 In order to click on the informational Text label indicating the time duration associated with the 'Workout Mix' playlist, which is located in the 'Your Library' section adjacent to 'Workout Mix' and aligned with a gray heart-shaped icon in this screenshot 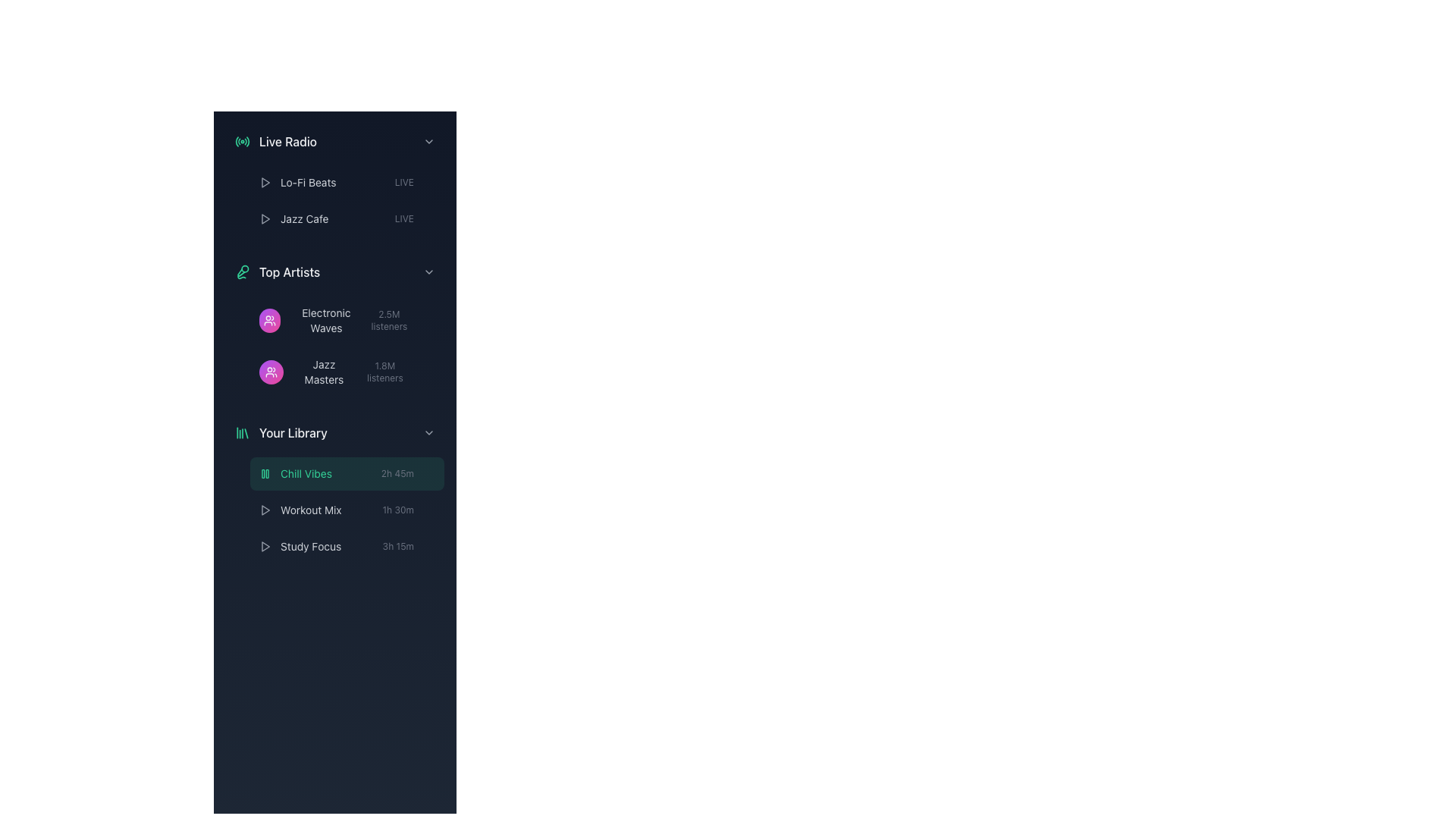, I will do `click(398, 510)`.